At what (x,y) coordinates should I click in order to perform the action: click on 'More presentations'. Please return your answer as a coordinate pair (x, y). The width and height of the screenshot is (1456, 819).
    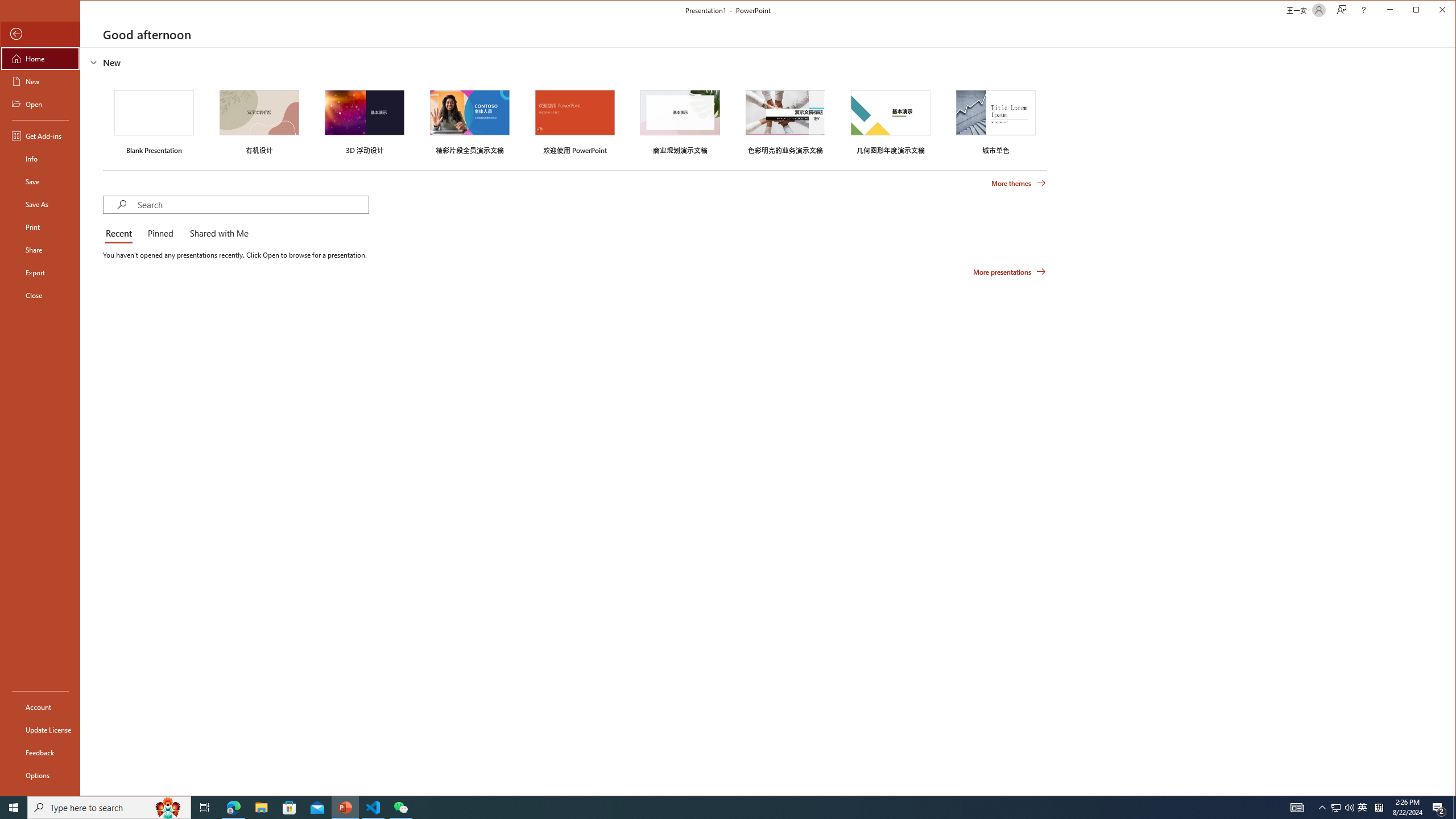
    Looking at the image, I should click on (1009, 272).